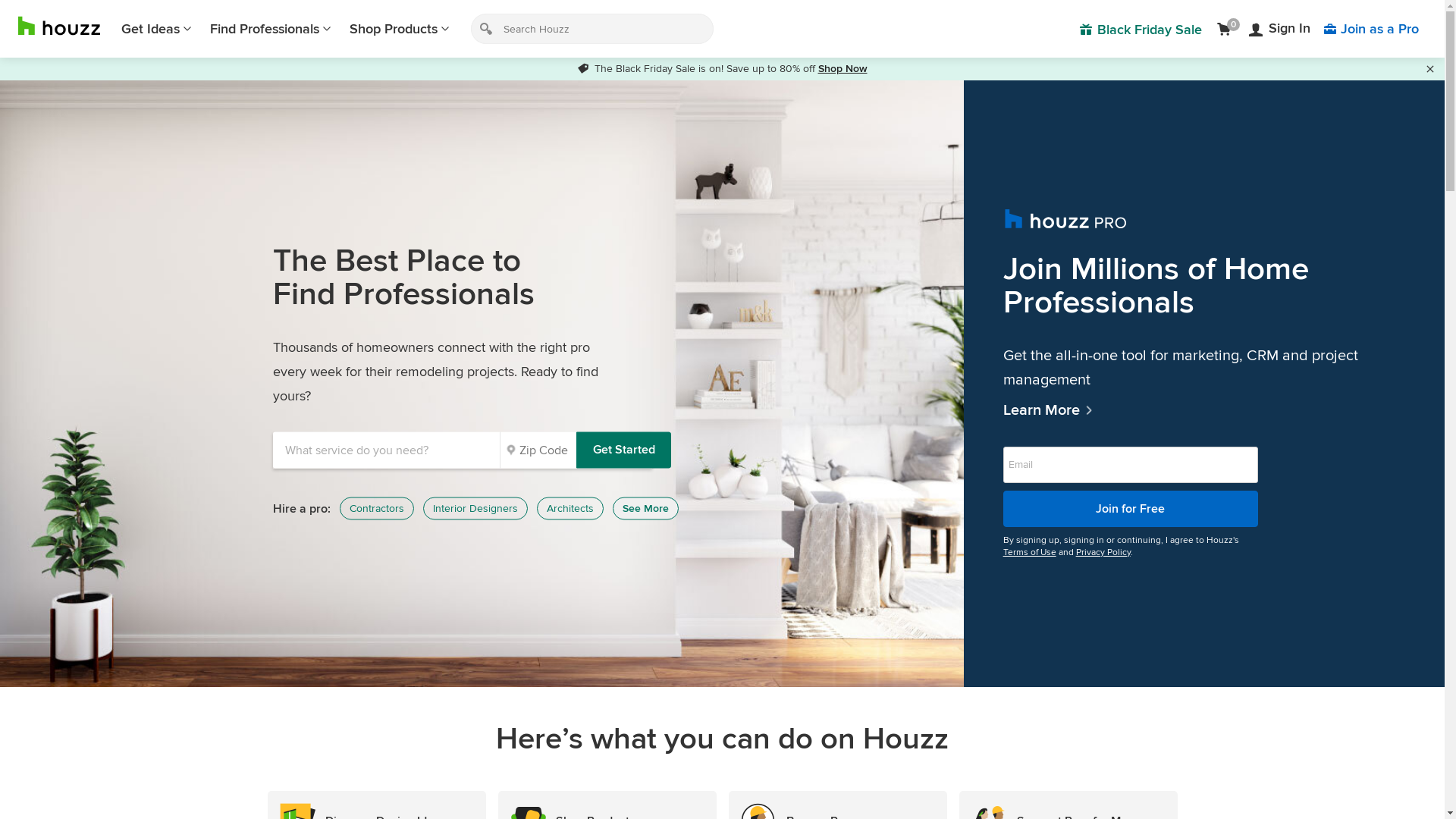 The width and height of the screenshot is (1456, 819). What do you see at coordinates (697, 68) in the screenshot?
I see `'The Black Friday Sale is on! Save up to 80% off '` at bounding box center [697, 68].